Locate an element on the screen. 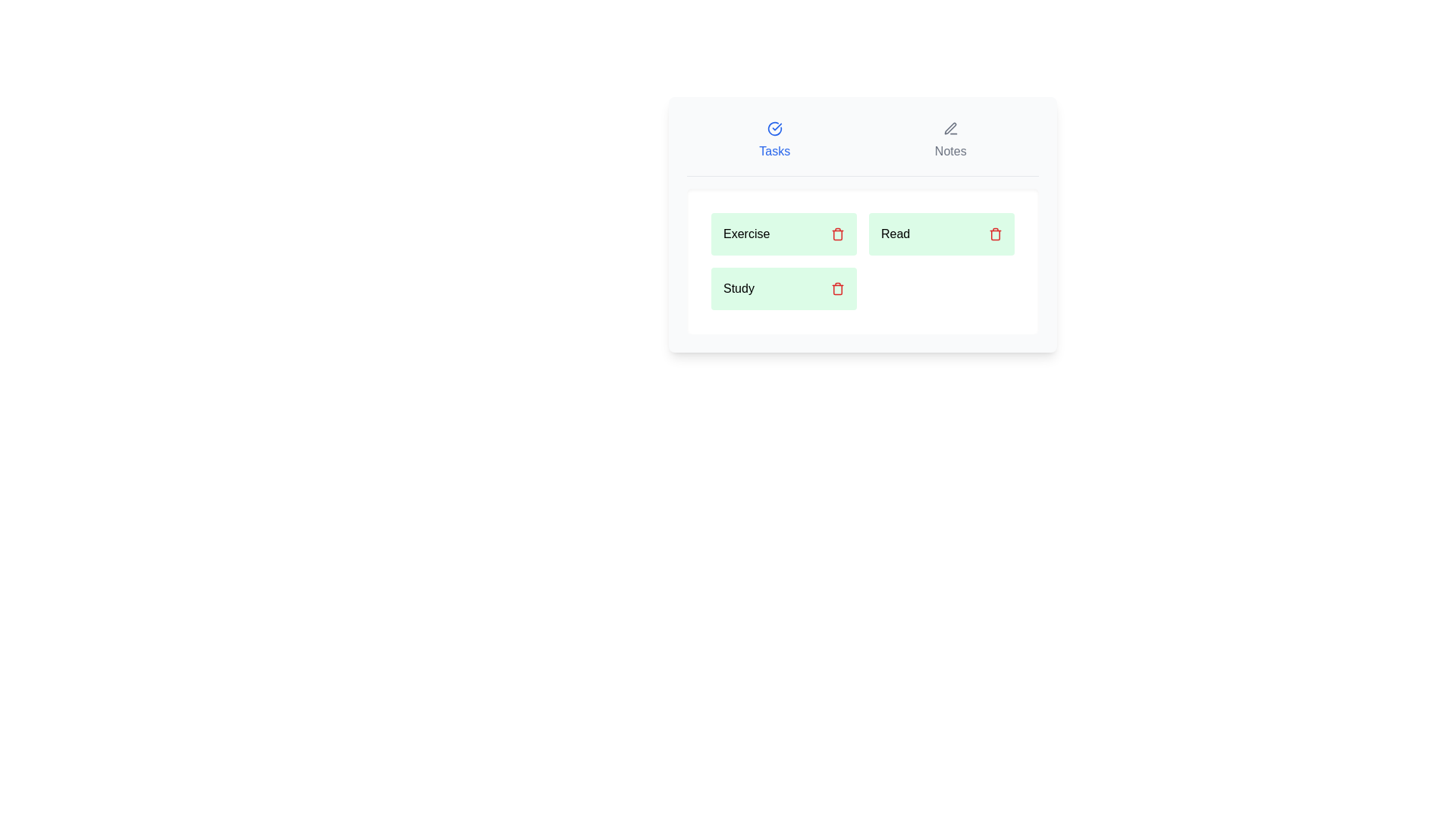  the Tasks tab by clicking its button is located at coordinates (774, 140).